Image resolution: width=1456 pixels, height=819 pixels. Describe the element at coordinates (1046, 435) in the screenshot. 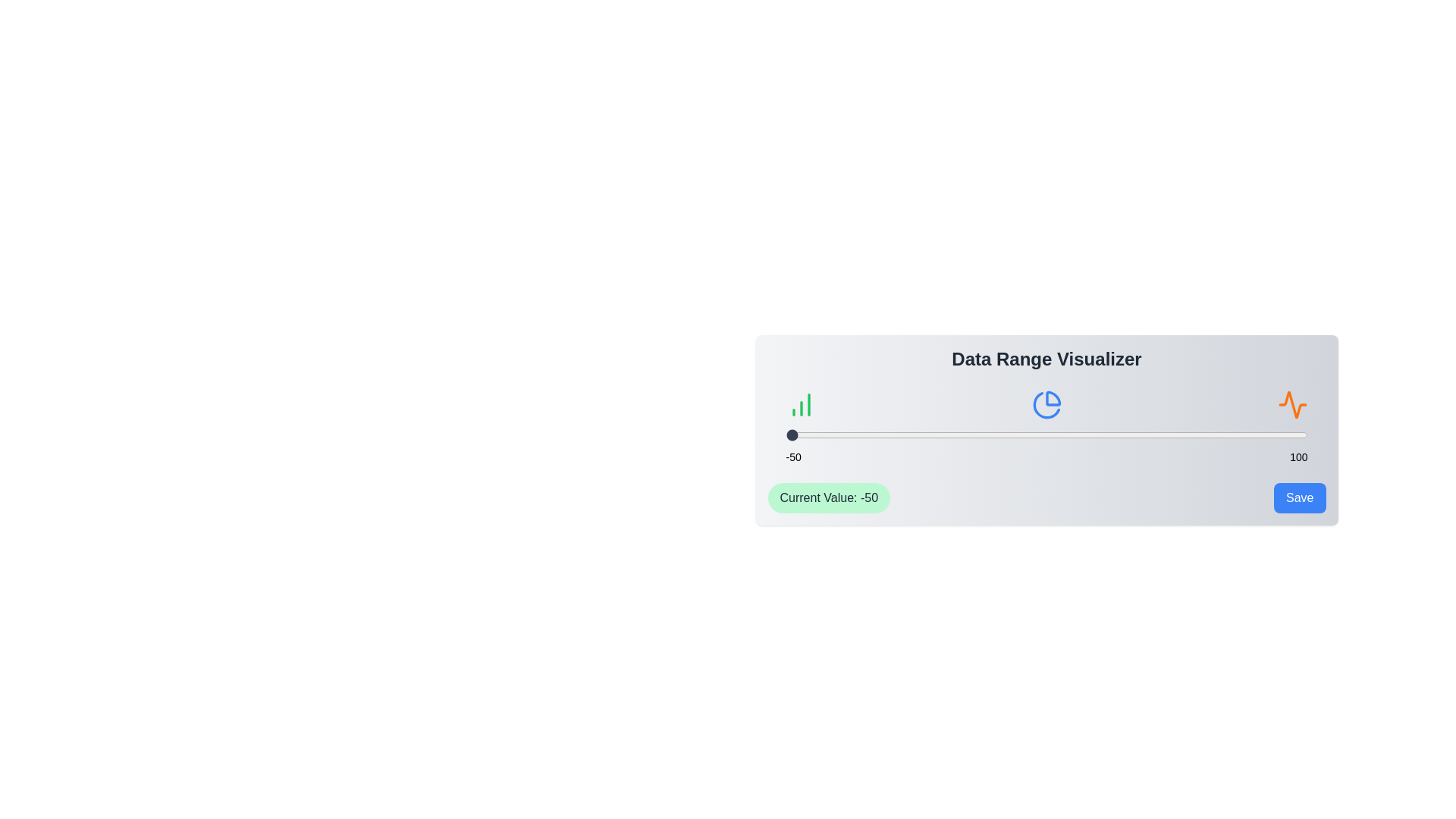

I see `the slider to observe any visual changes` at that location.